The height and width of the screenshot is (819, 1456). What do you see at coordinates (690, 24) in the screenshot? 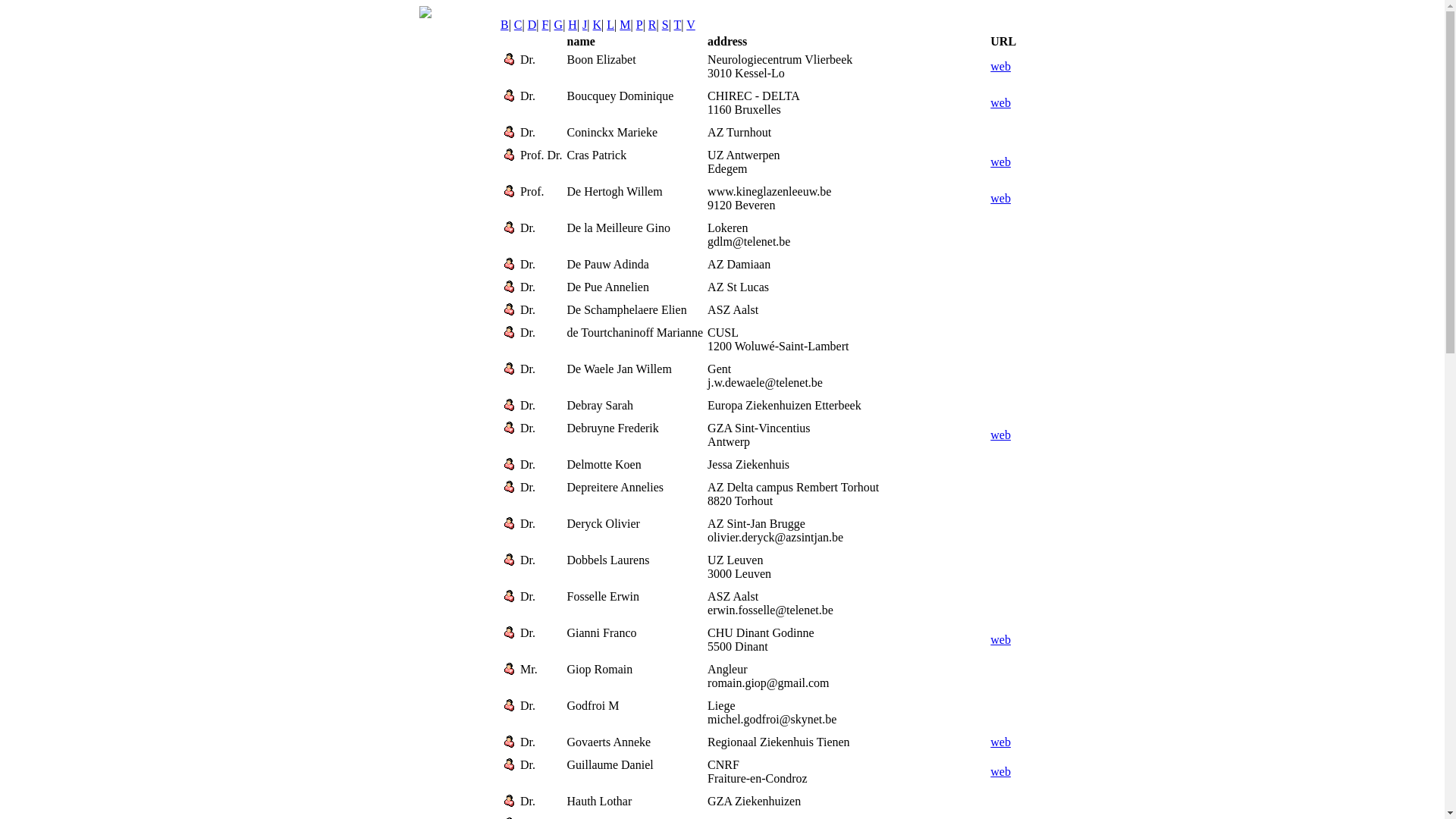
I see `'V'` at bounding box center [690, 24].